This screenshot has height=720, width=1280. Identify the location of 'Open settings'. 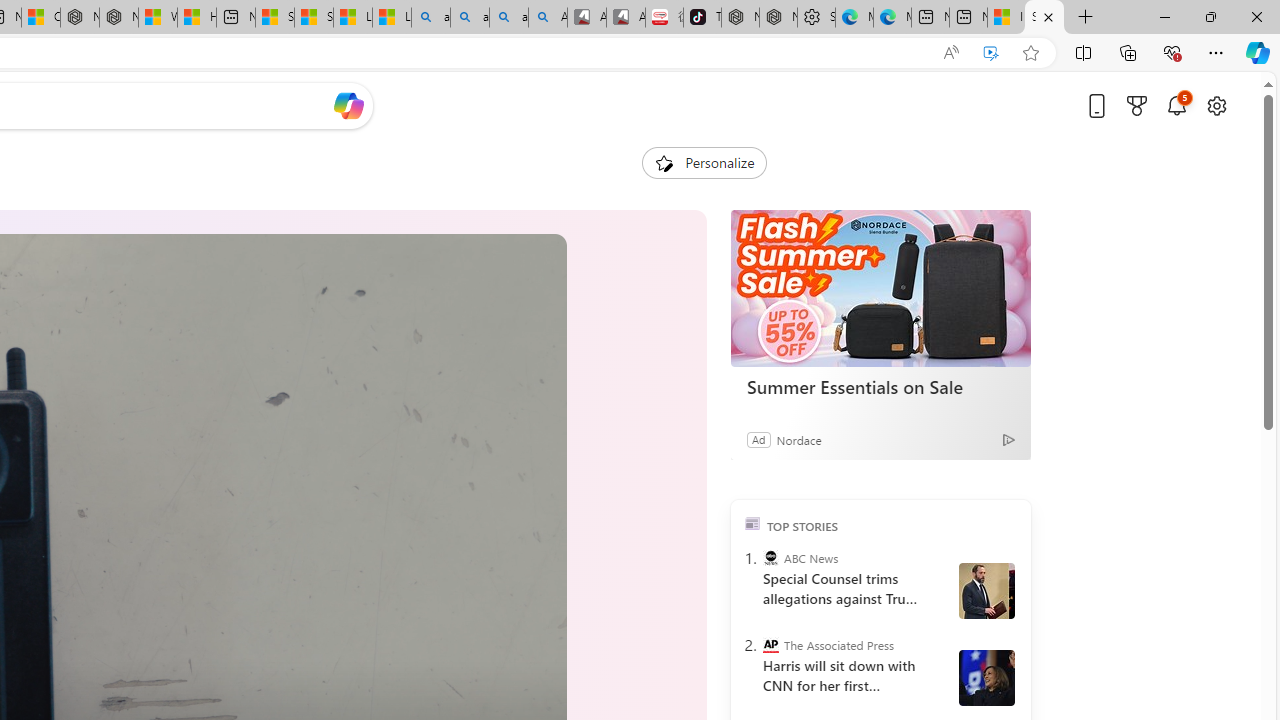
(1215, 105).